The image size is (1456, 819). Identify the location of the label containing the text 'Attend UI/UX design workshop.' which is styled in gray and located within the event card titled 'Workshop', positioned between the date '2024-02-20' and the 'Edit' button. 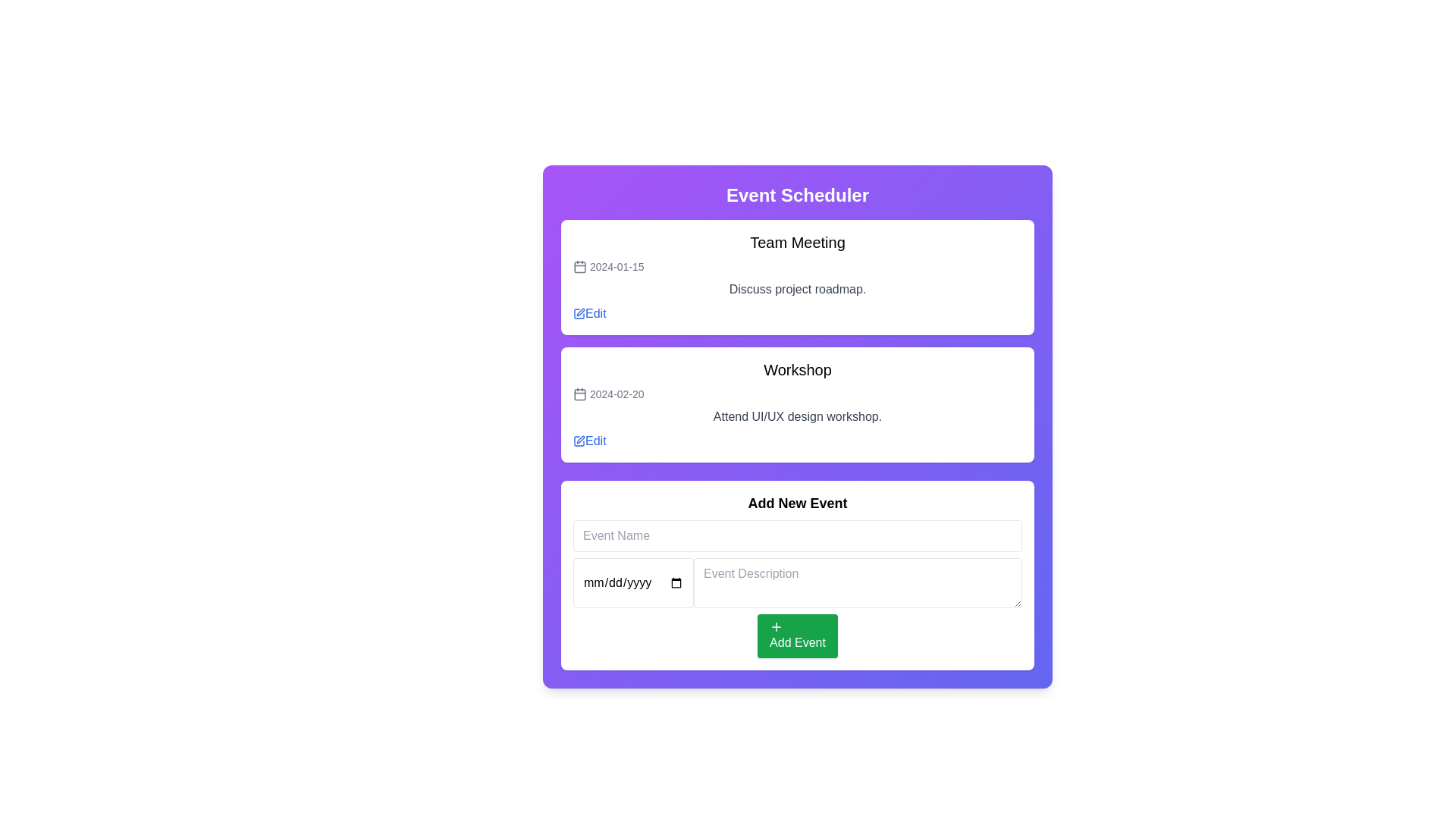
(796, 417).